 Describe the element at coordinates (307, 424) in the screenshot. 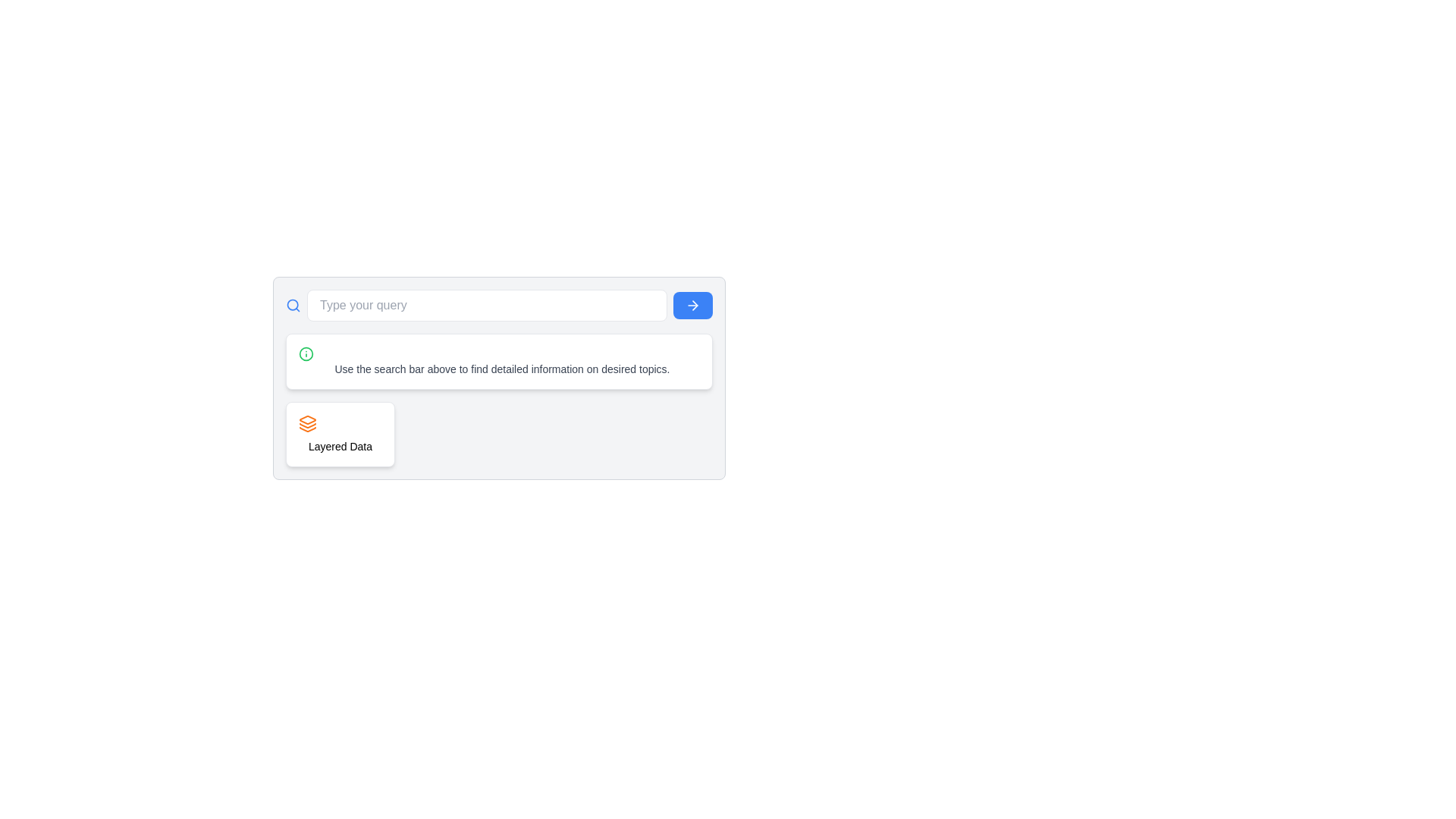

I see `the icon representing layered data functionality located in the white rounded rectangle section titled 'Layered Data'` at that location.